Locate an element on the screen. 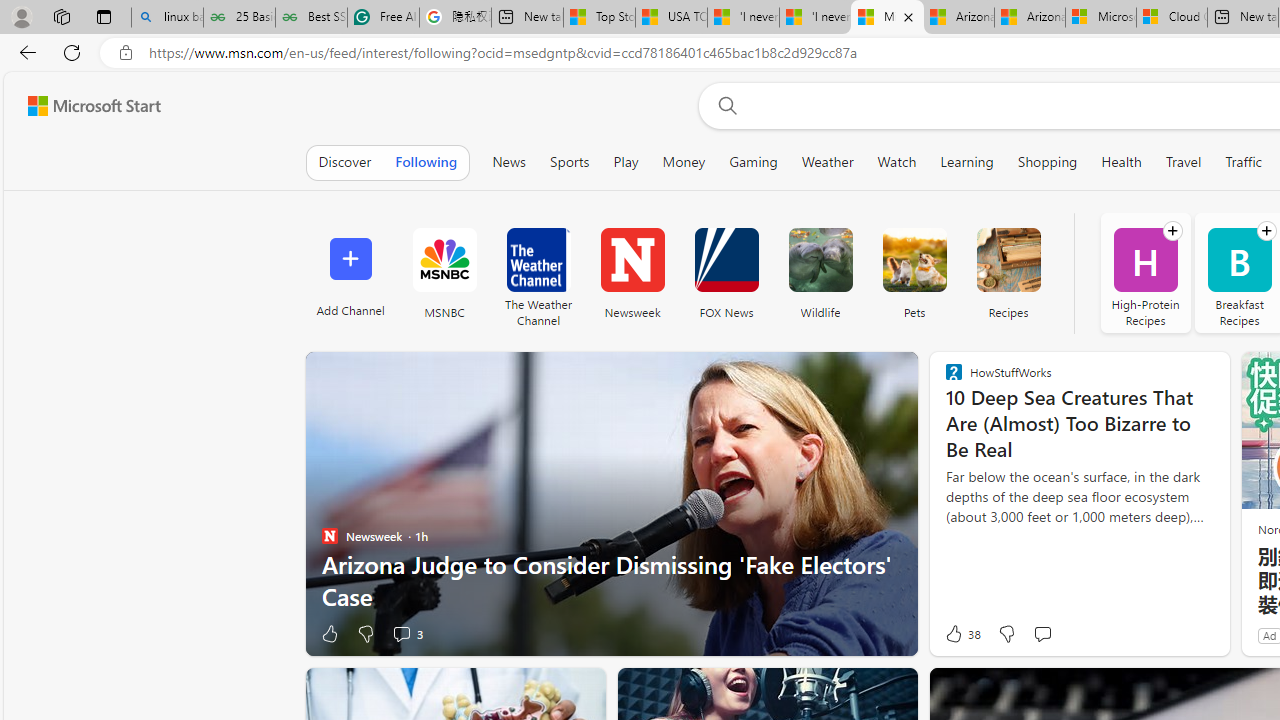 Image resolution: width=1280 pixels, height=720 pixels. 'Wildlife' is located at coordinates (820, 259).